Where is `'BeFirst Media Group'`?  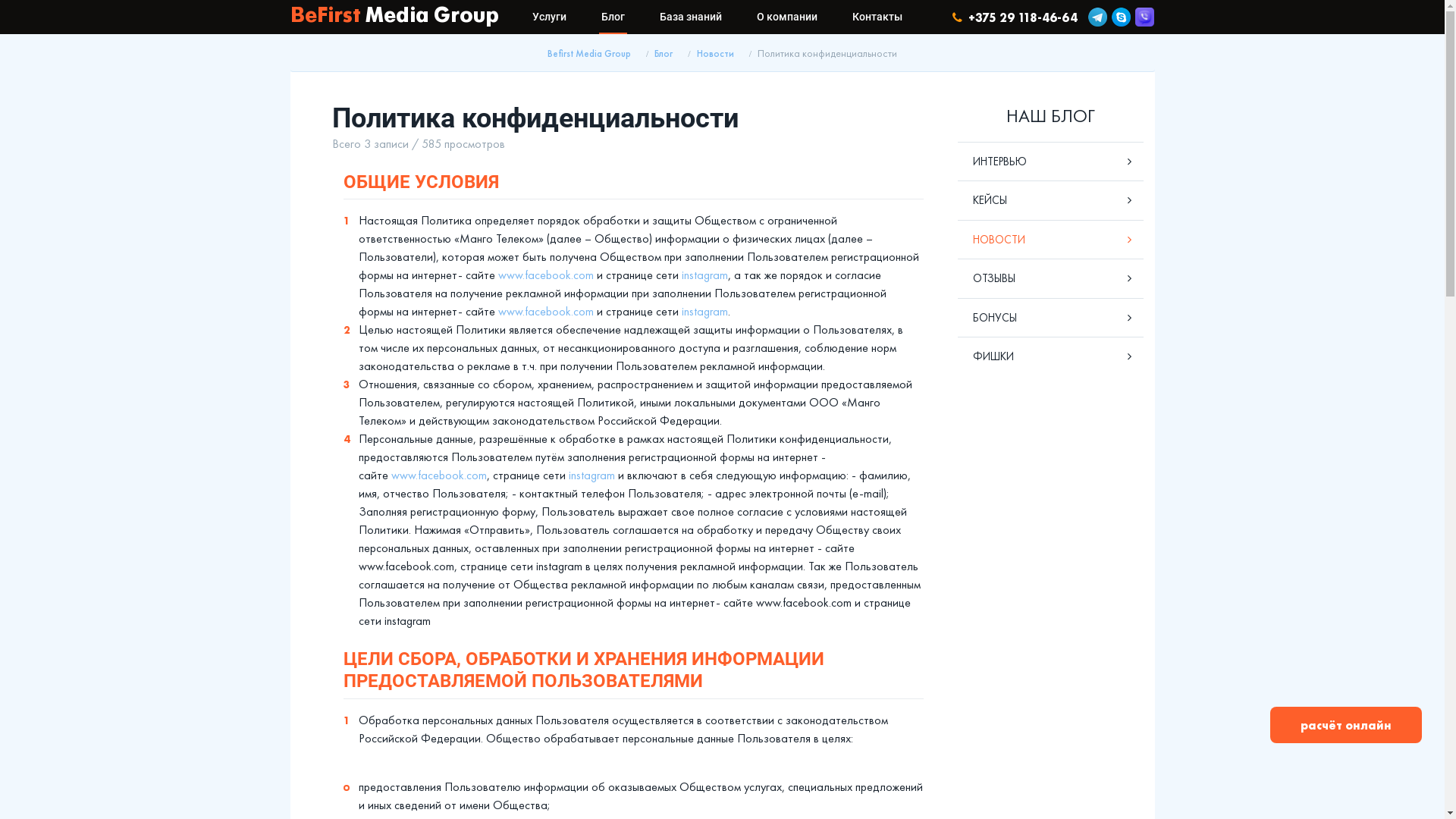
'BeFirst Media Group' is located at coordinates (290, 17).